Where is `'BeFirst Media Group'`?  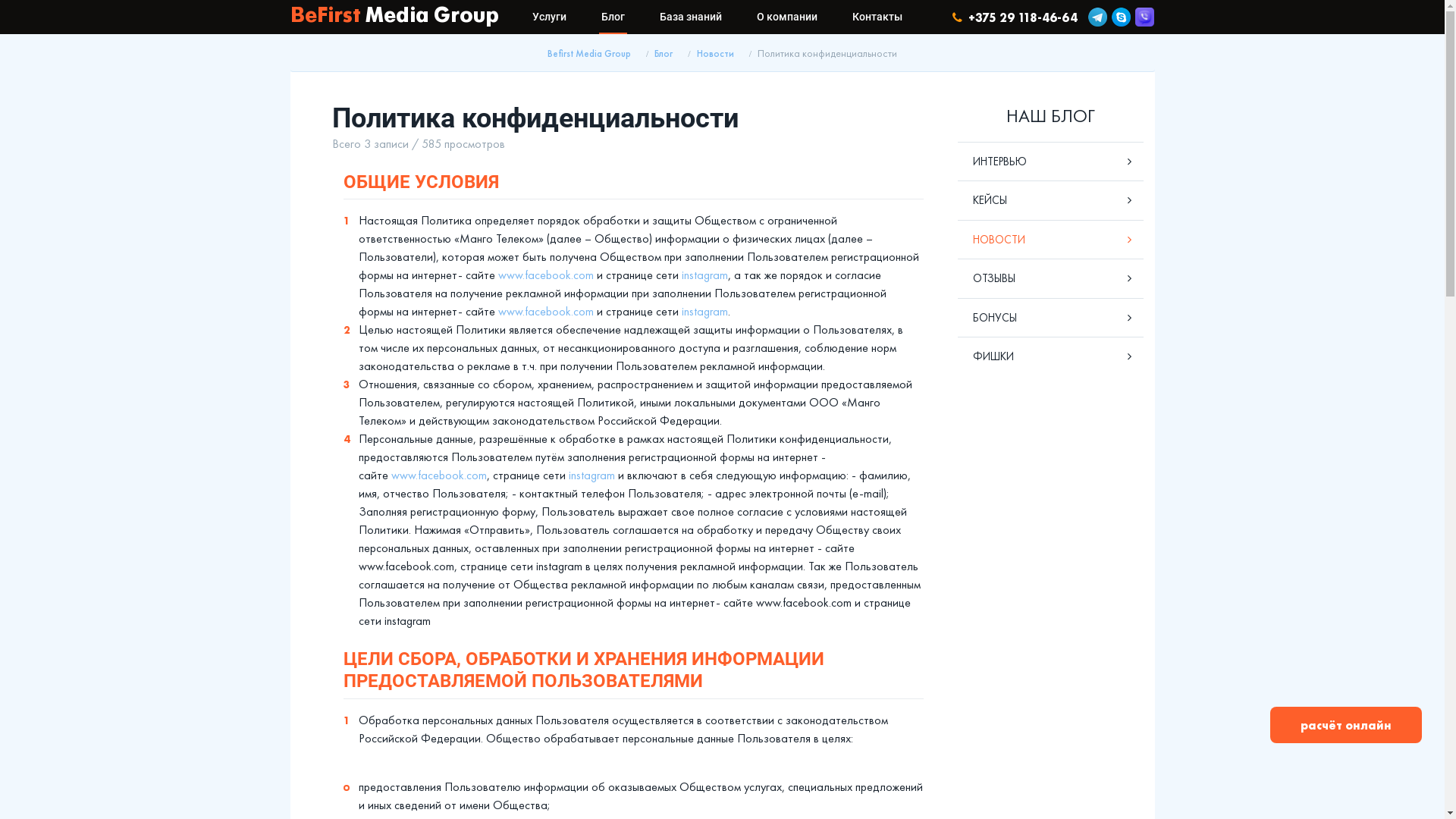
'BeFirst Media Group' is located at coordinates (290, 17).